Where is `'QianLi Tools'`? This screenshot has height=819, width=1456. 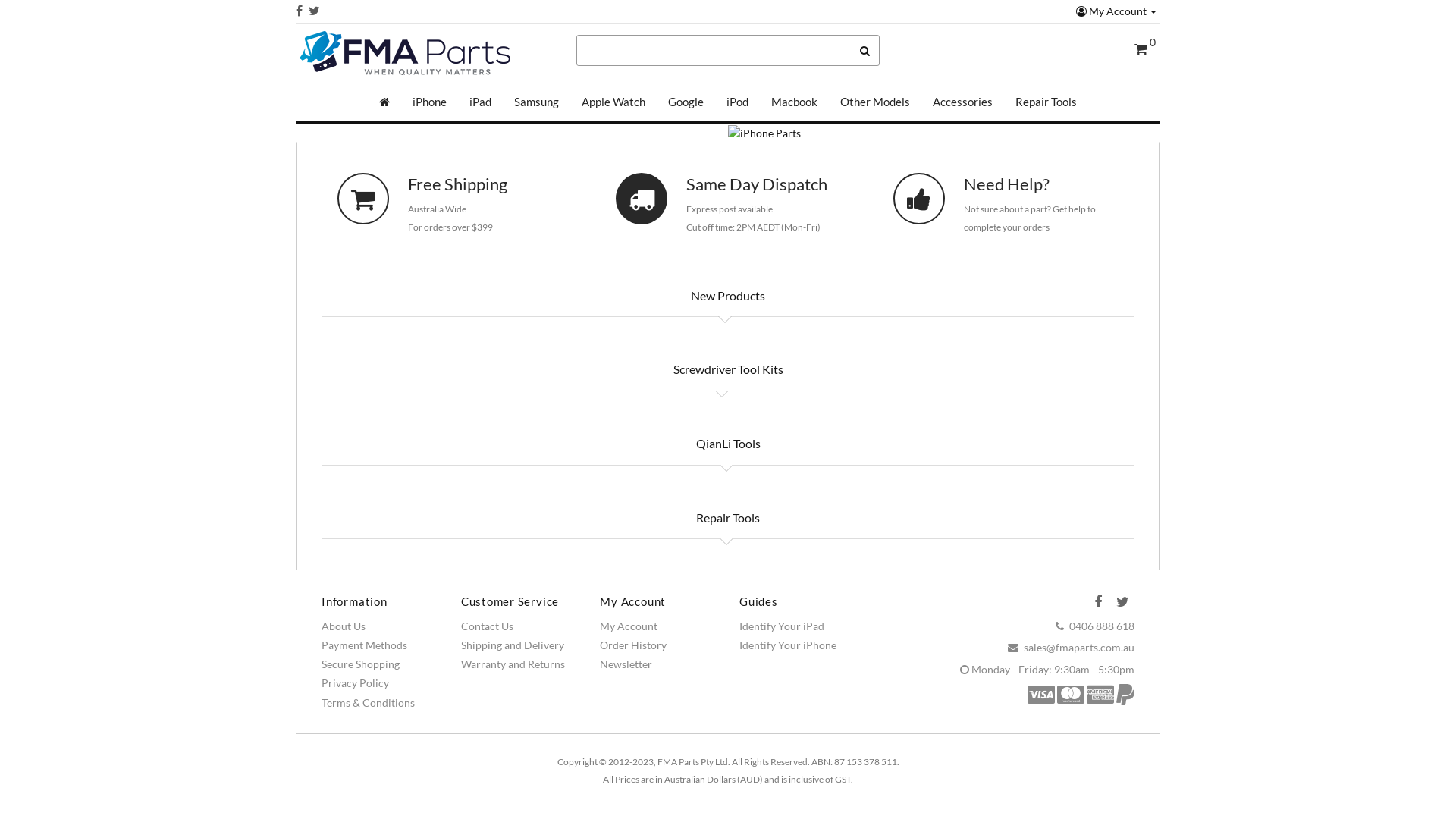 'QianLi Tools' is located at coordinates (726, 444).